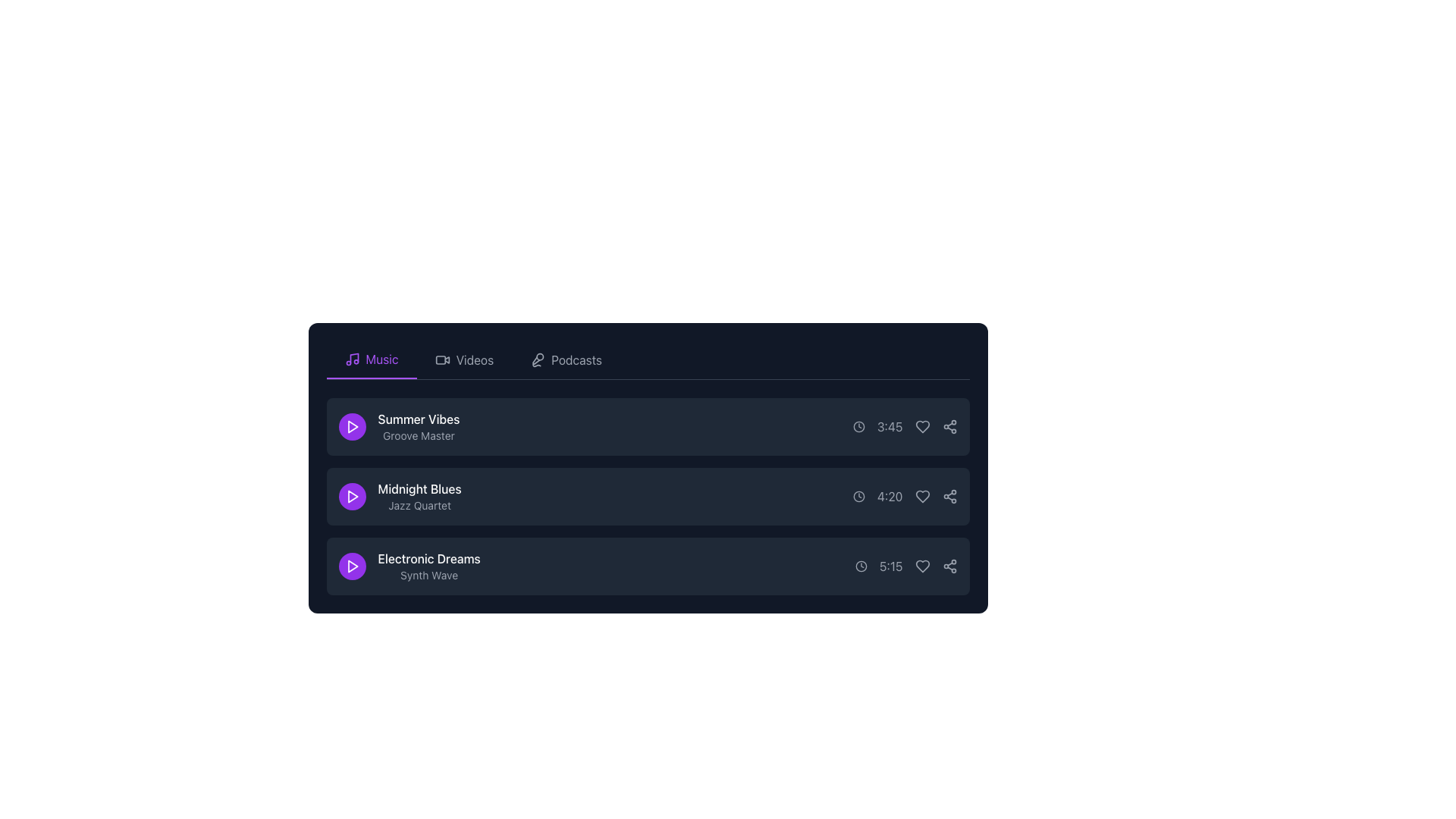  I want to click on the play button icon located at the center of the circular button to the left of the 'Summer Vibes' text, so click(351, 427).